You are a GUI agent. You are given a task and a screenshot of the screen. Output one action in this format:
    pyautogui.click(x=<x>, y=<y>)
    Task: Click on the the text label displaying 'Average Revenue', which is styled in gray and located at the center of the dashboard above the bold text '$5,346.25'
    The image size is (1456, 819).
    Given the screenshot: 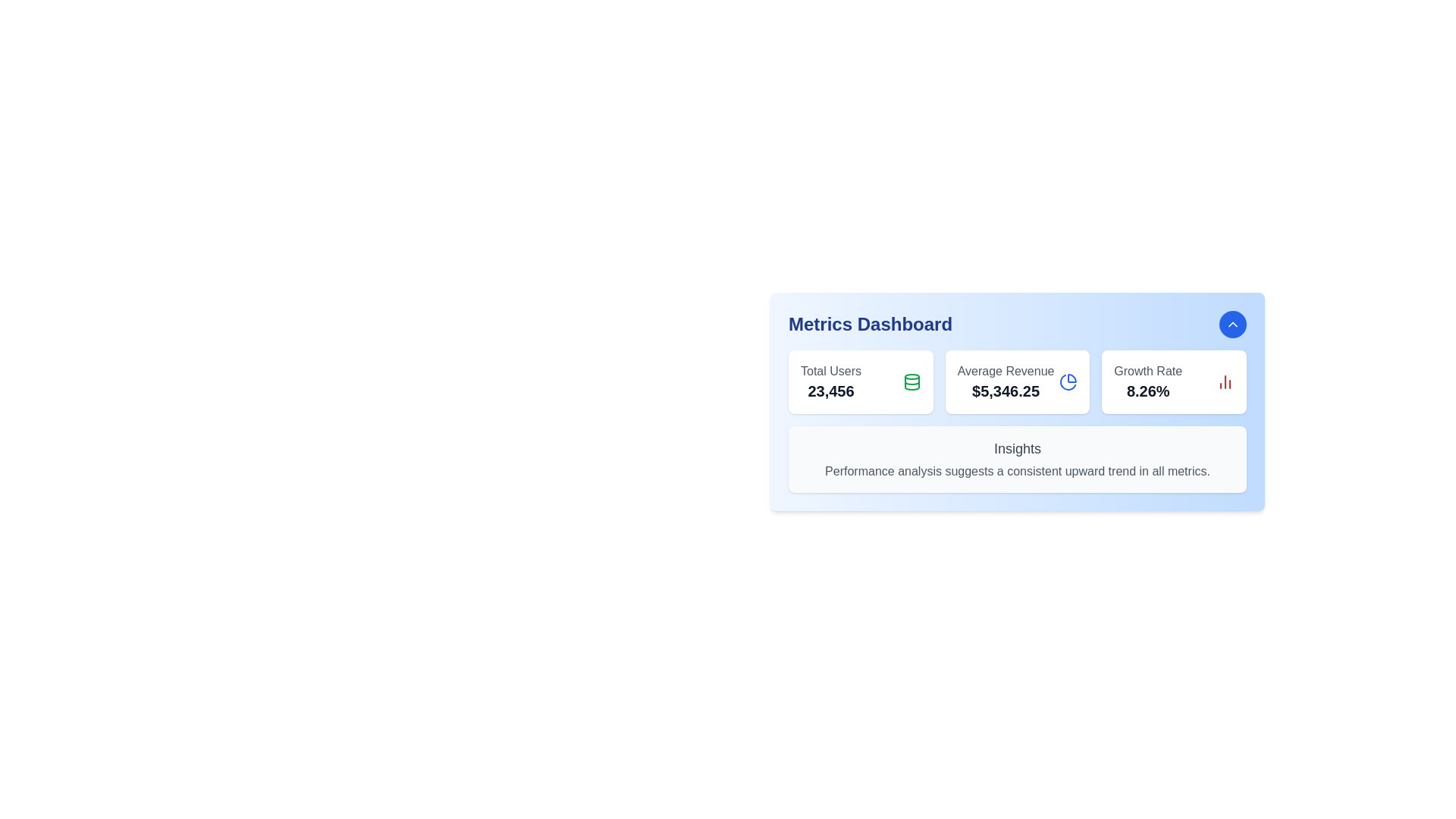 What is the action you would take?
    pyautogui.click(x=1006, y=371)
    